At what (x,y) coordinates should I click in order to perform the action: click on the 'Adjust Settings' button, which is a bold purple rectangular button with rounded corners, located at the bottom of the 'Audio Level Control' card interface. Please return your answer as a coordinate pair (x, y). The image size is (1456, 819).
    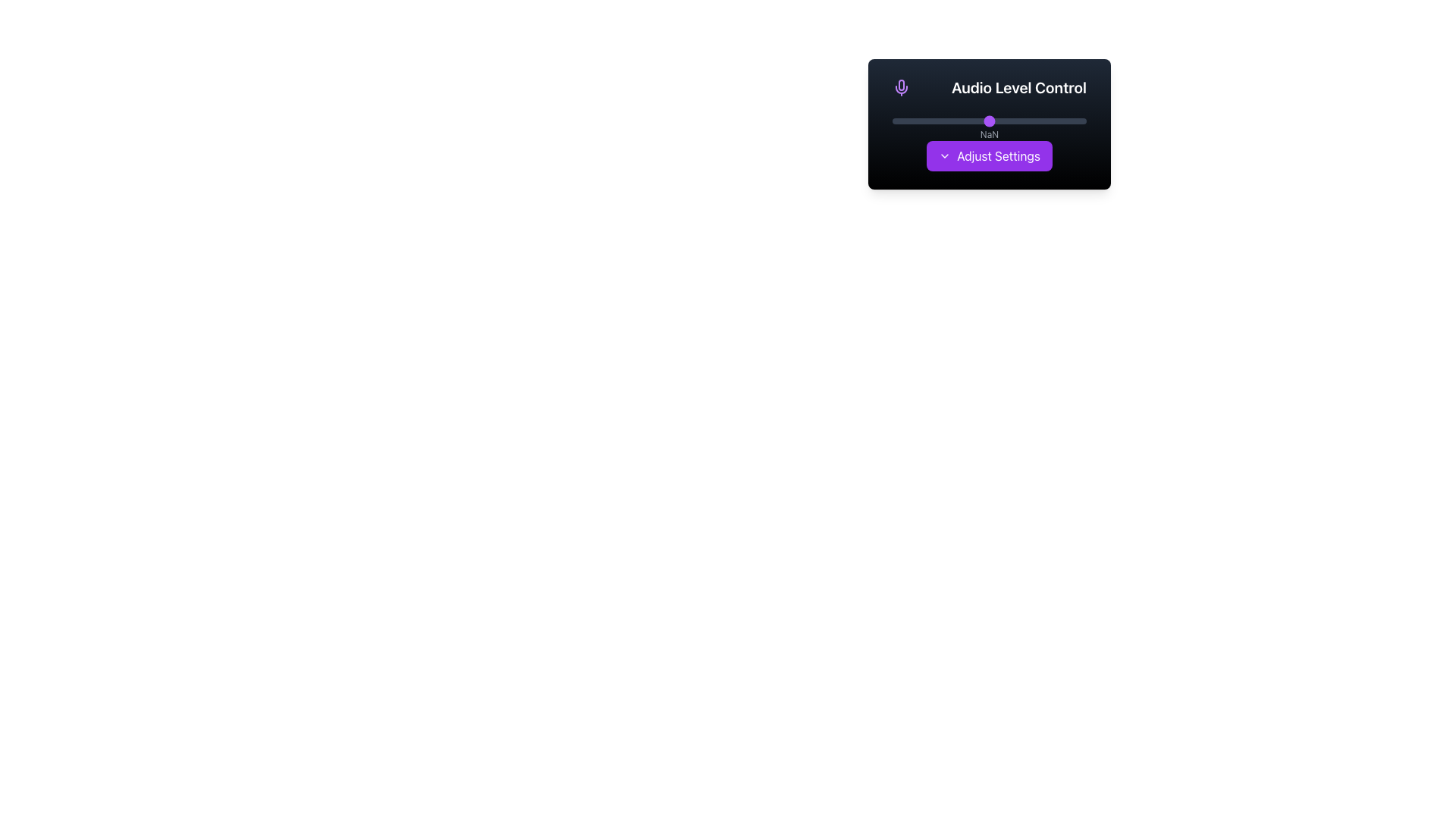
    Looking at the image, I should click on (990, 155).